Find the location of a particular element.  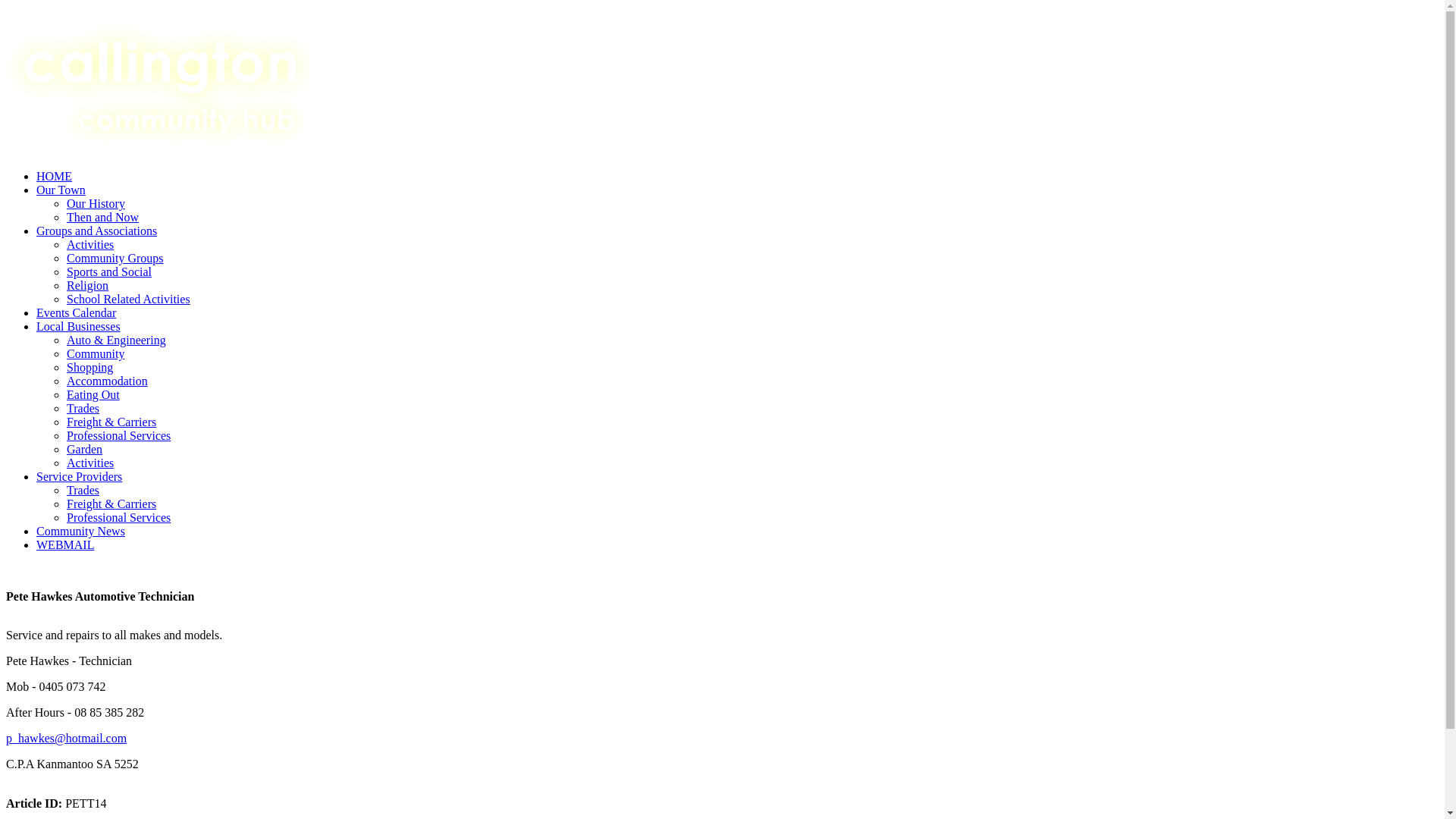

'Activities' is located at coordinates (65, 462).